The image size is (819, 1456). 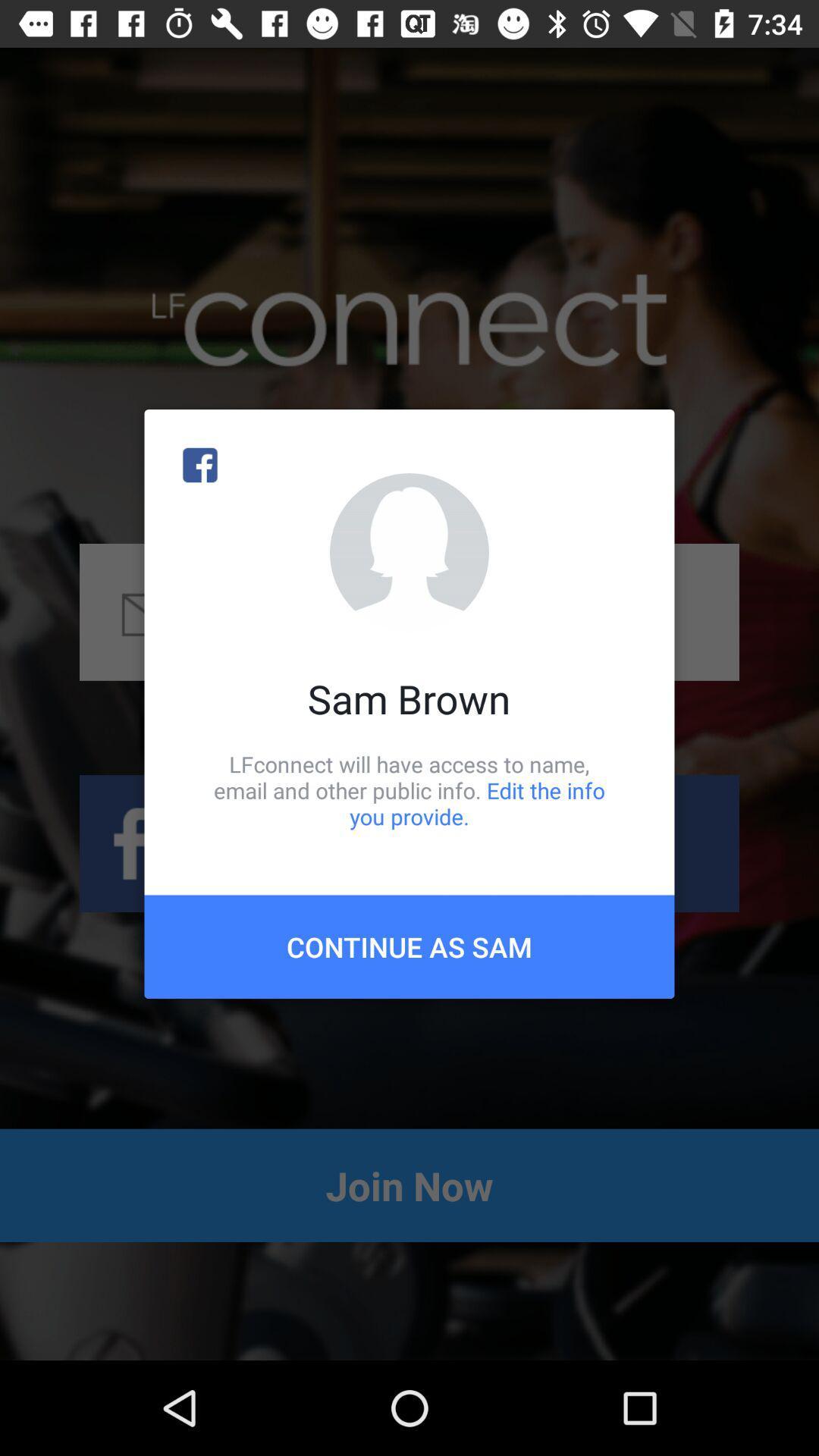 I want to click on item below sam brown item, so click(x=409, y=789).